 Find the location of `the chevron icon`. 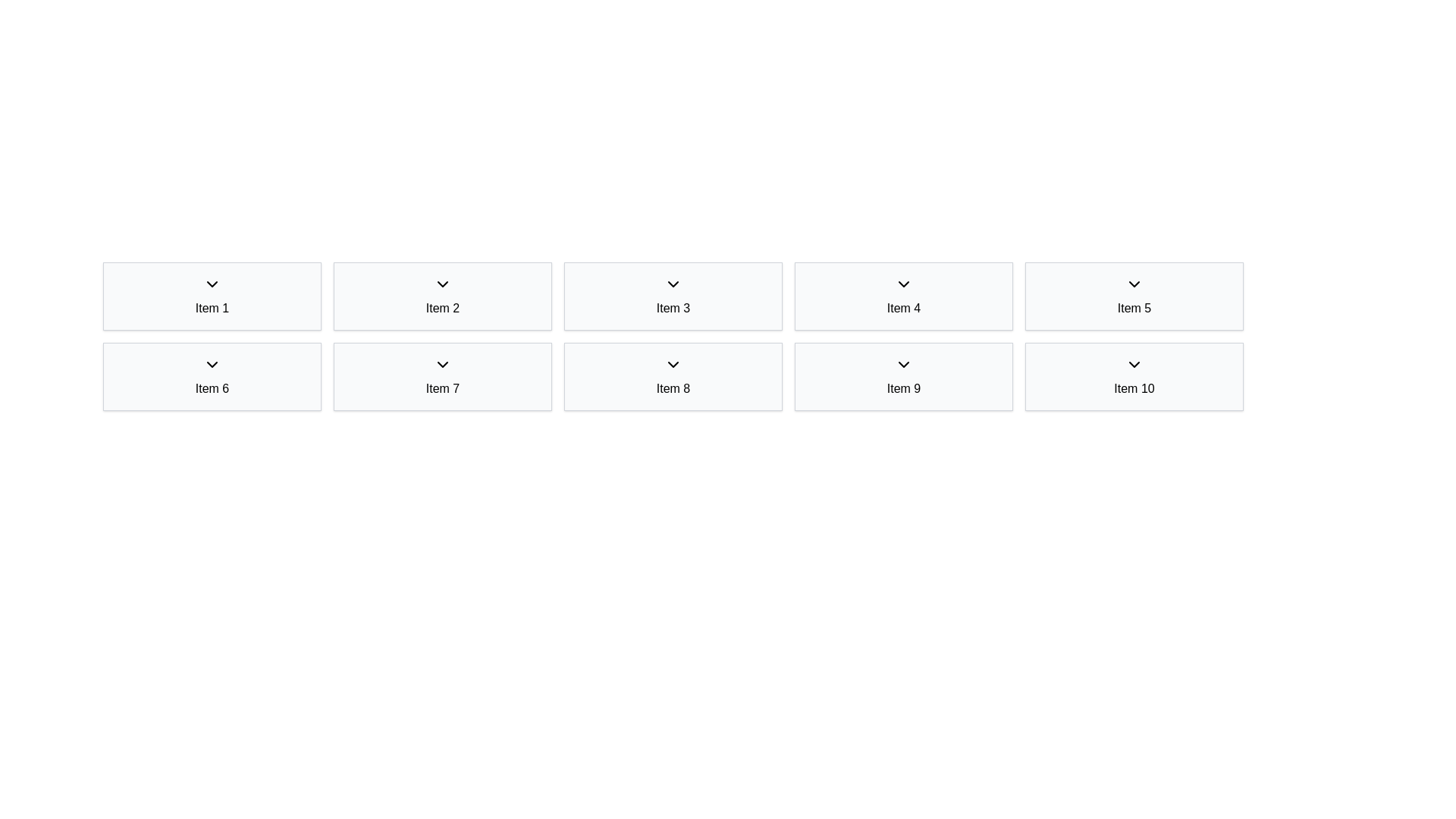

the chevron icon is located at coordinates (673, 365).